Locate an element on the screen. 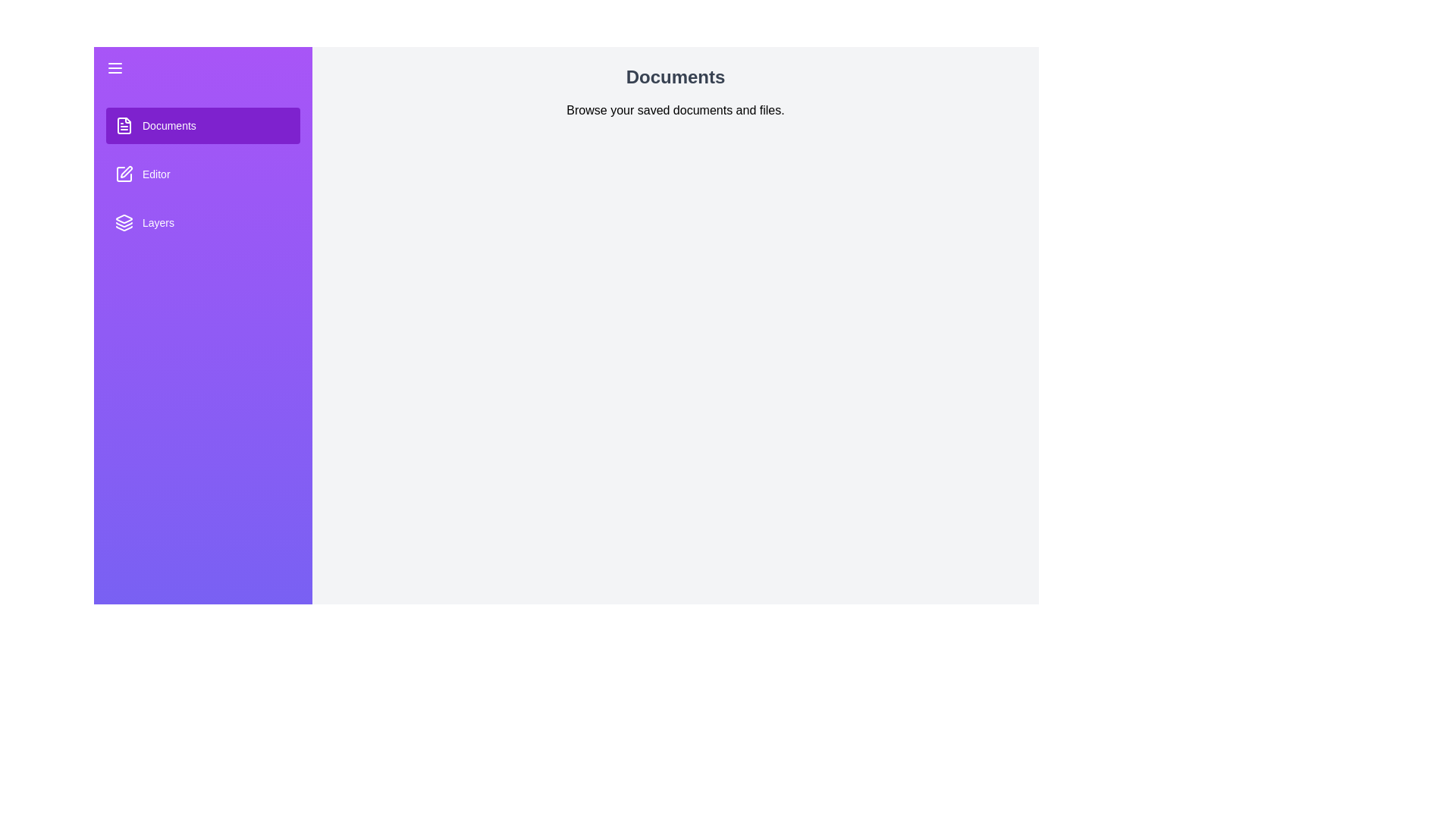 The height and width of the screenshot is (819, 1456). the section icon for Documents to inspect it is located at coordinates (124, 124).